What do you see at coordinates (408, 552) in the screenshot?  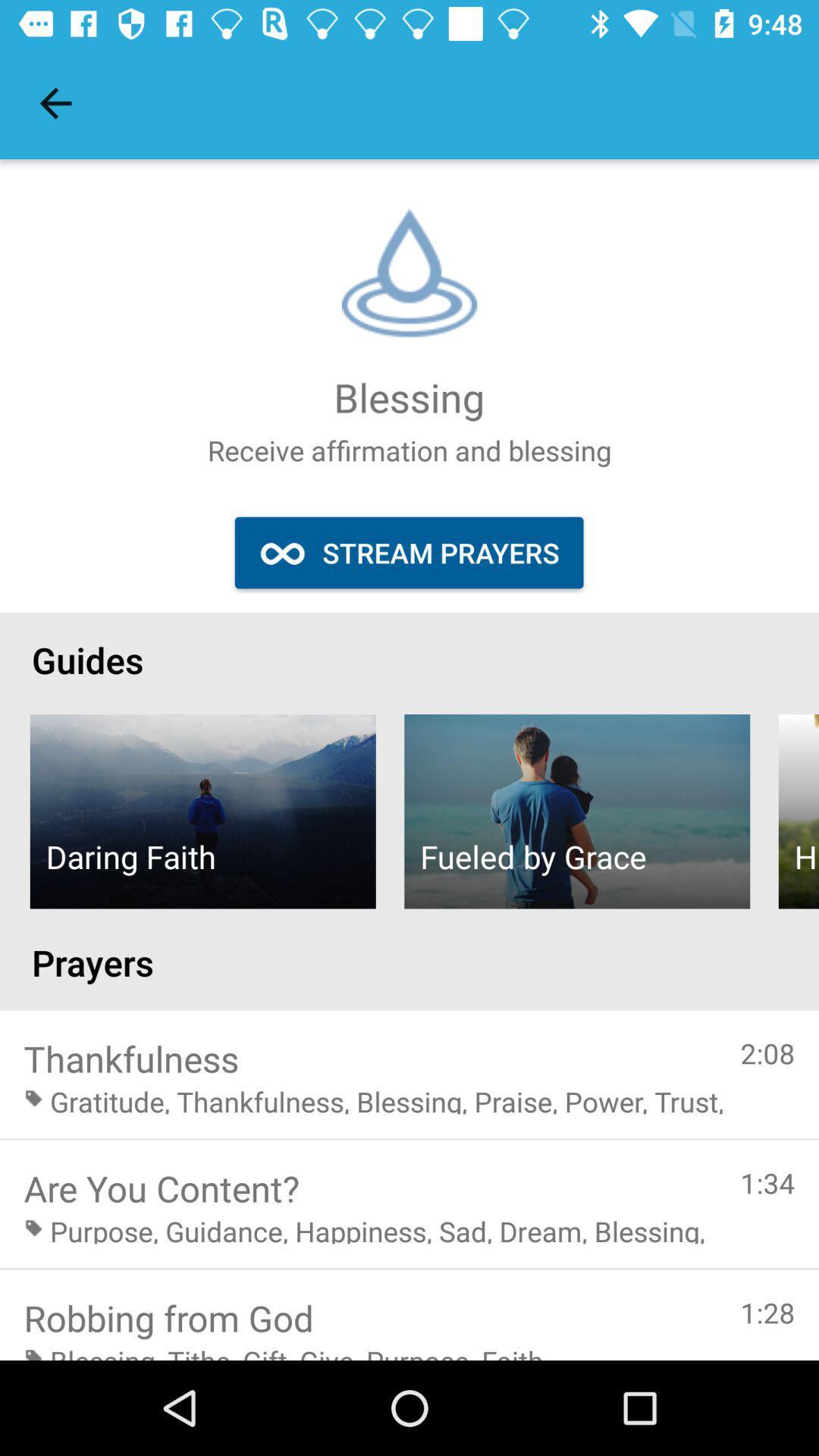 I see `the stream prayers icon` at bounding box center [408, 552].